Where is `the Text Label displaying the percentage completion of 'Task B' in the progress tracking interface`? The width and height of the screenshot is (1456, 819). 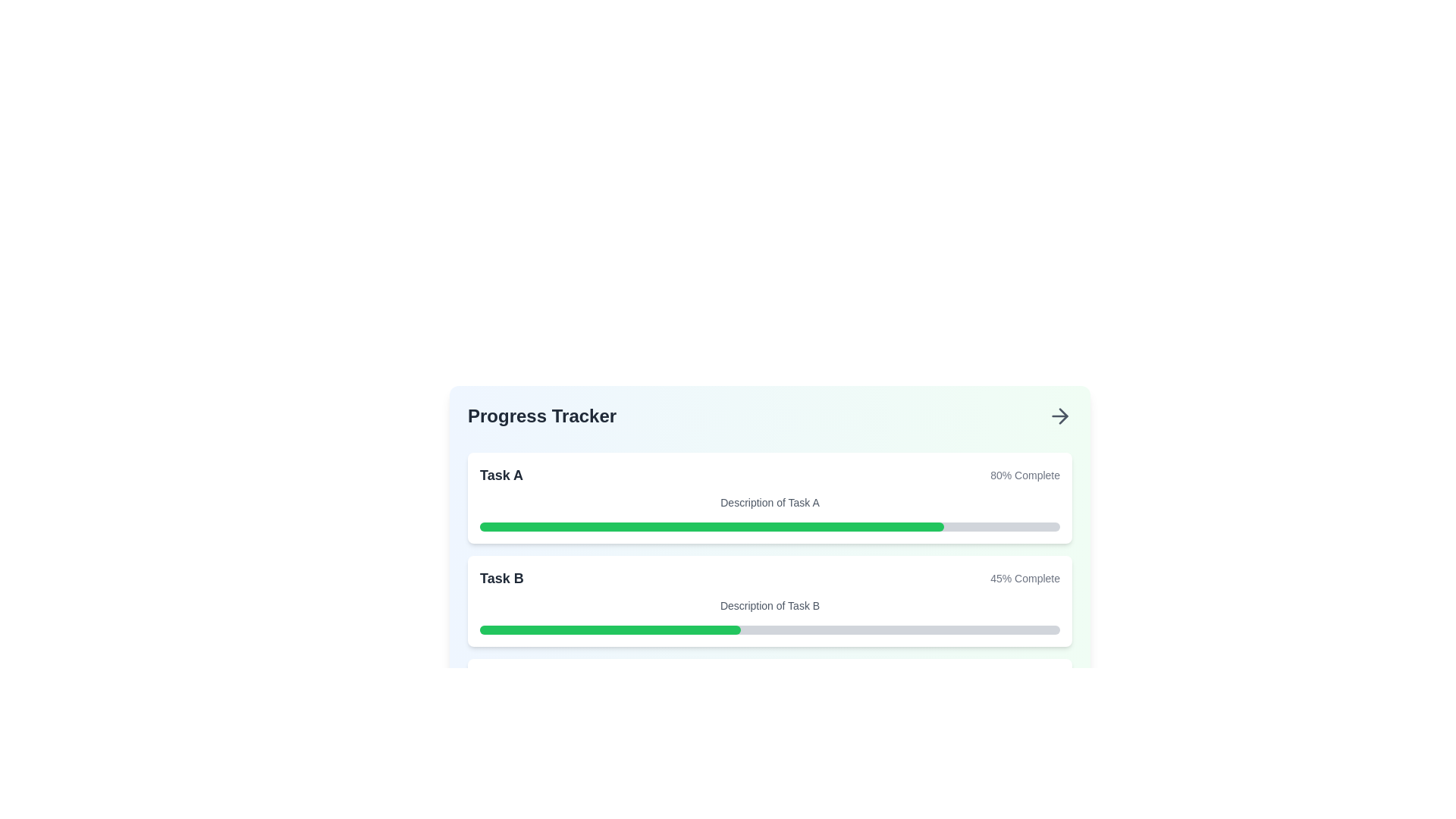 the Text Label displaying the percentage completion of 'Task B' in the progress tracking interface is located at coordinates (1025, 579).